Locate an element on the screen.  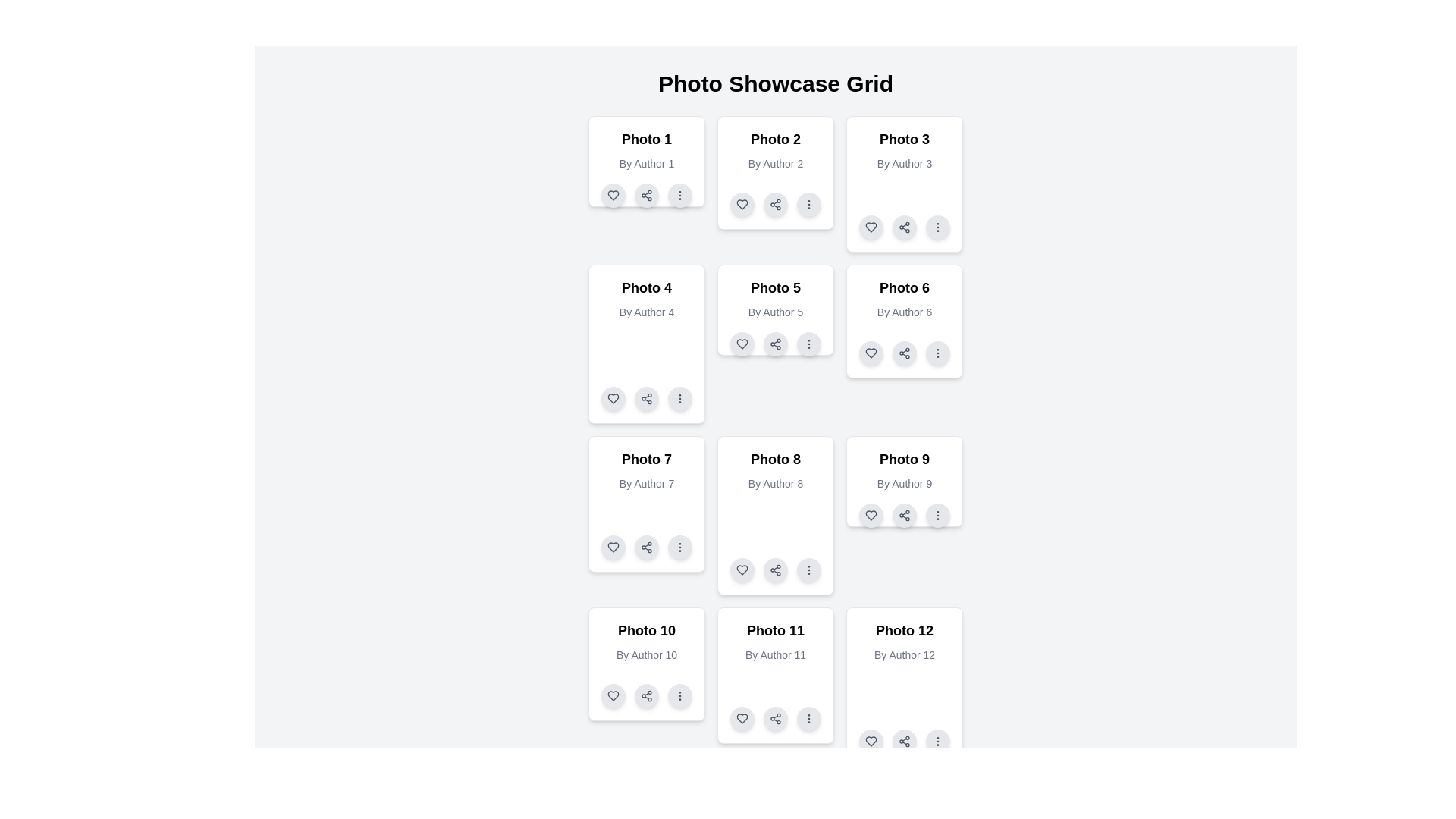
the sharing button located in the middle of three icons at the bottom of the card labeled 'Photo 11 By Author 11' is located at coordinates (775, 718).